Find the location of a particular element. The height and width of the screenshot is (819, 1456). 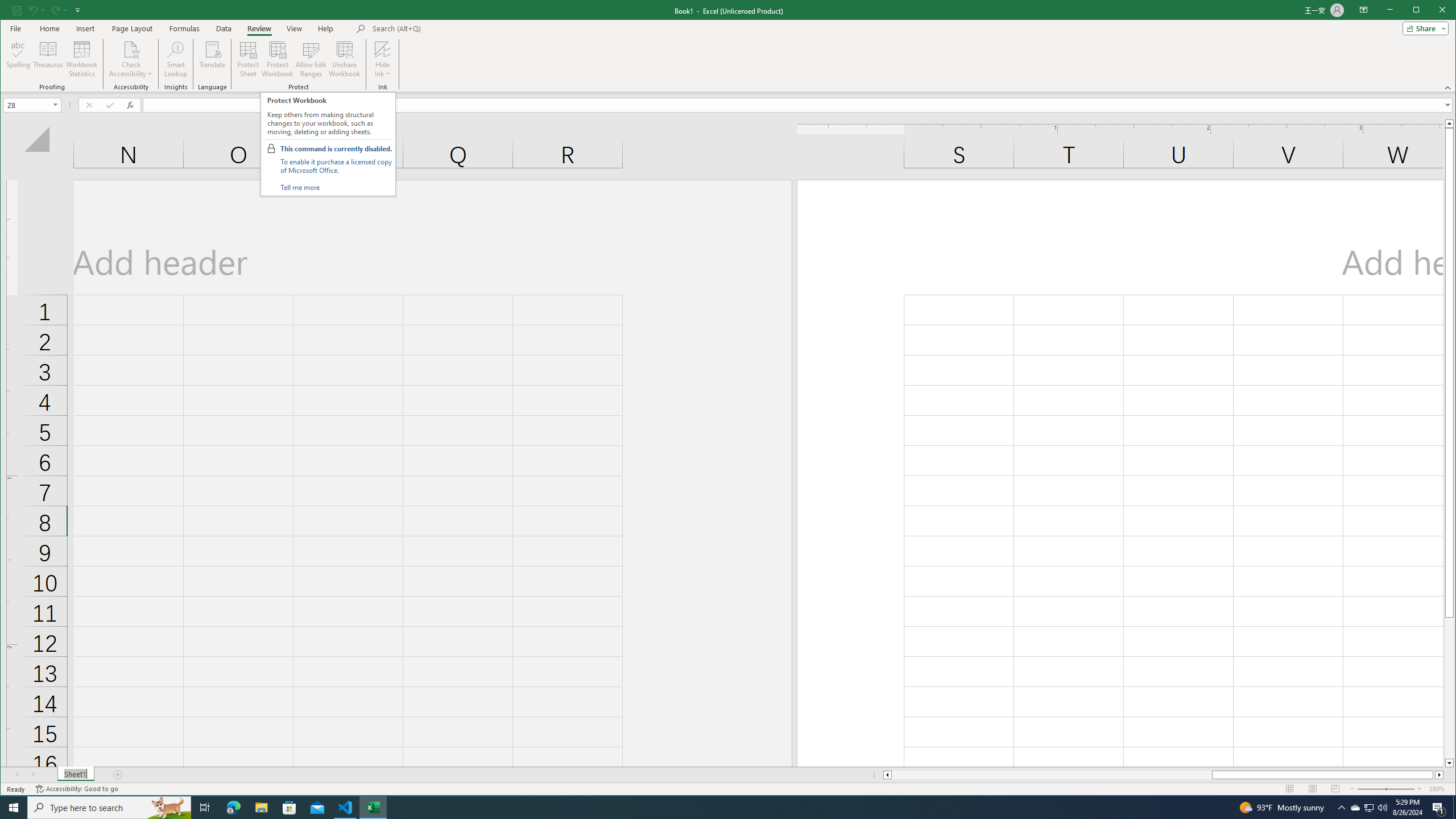

'Quick Access Toolbar' is located at coordinates (47, 10).